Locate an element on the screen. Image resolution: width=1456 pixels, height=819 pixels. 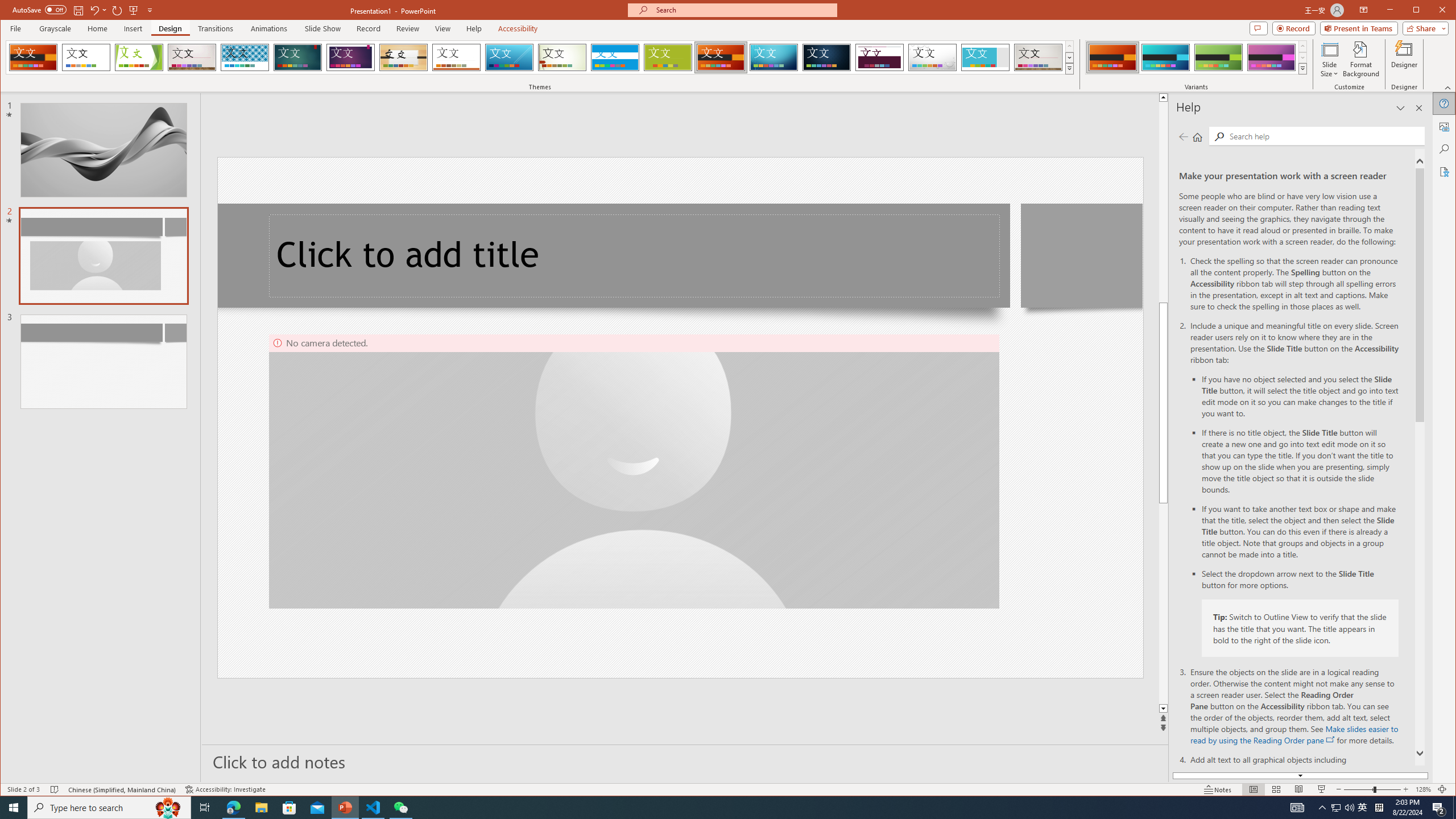
'Berlin Variant 2' is located at coordinates (1165, 57).